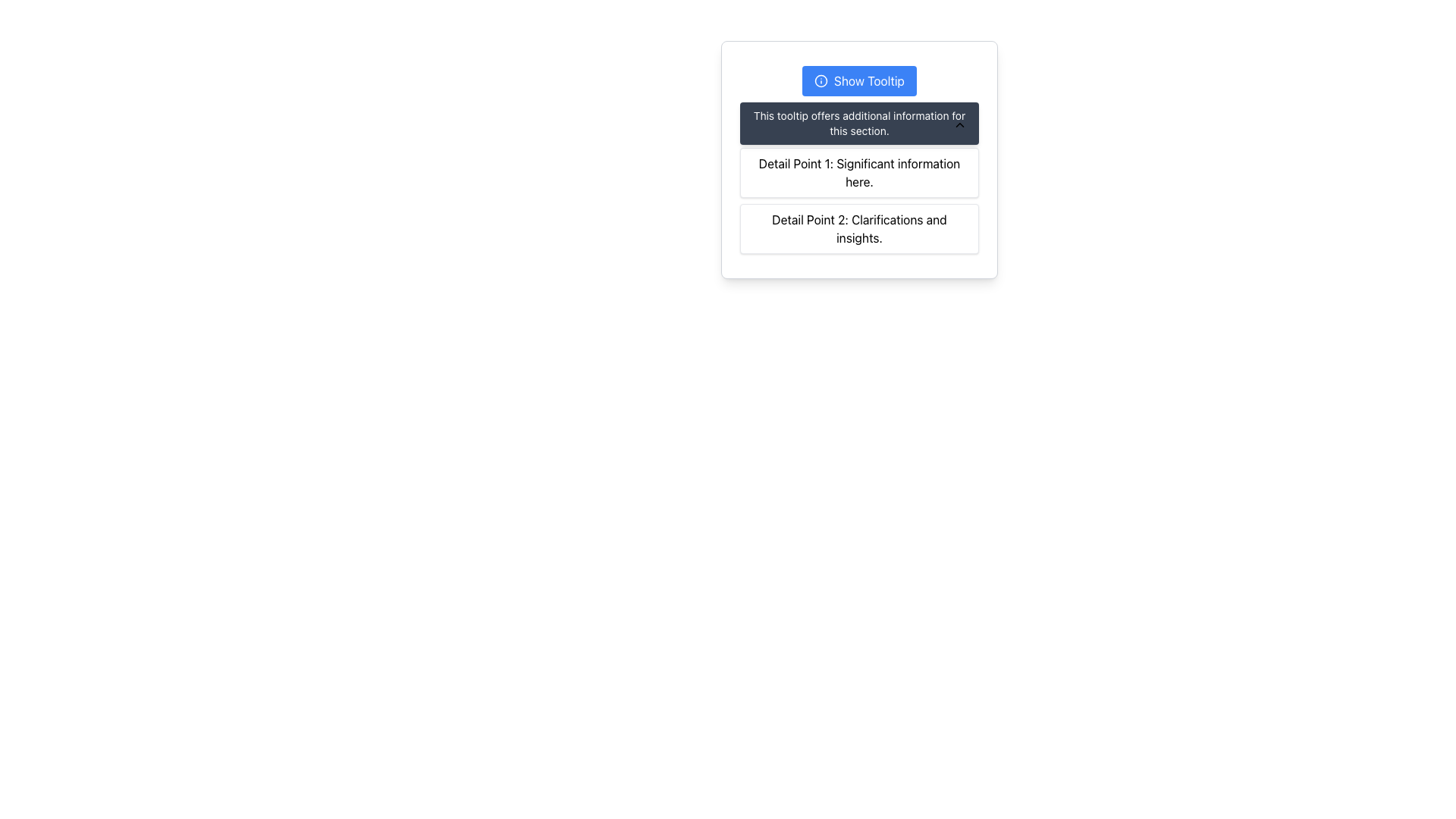 The height and width of the screenshot is (819, 1456). I want to click on the chevron icon located at the far right end of the 'More Details' button, so click(959, 124).